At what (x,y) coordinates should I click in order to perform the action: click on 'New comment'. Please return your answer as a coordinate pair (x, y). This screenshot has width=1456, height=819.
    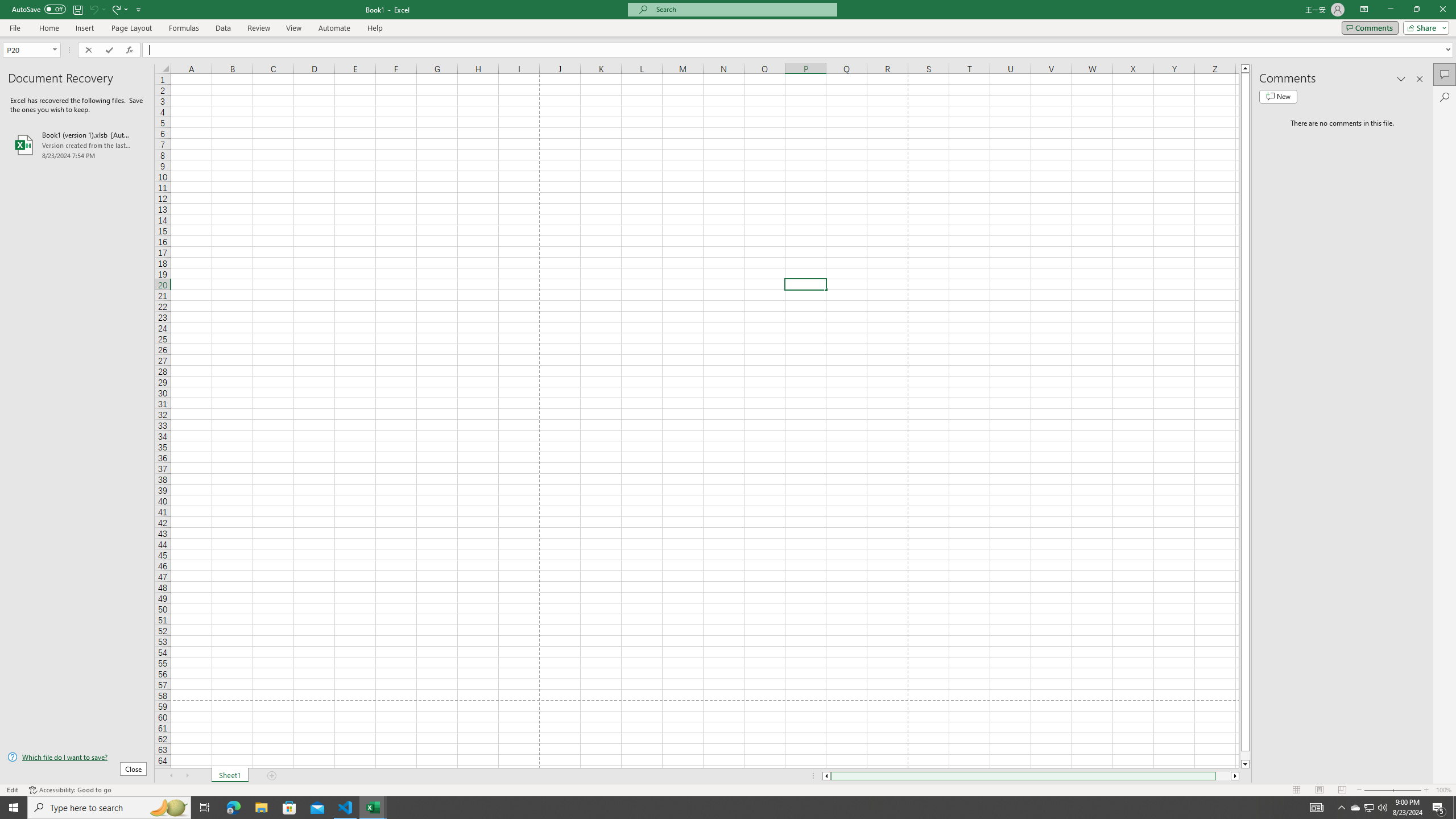
    Looking at the image, I should click on (1277, 96).